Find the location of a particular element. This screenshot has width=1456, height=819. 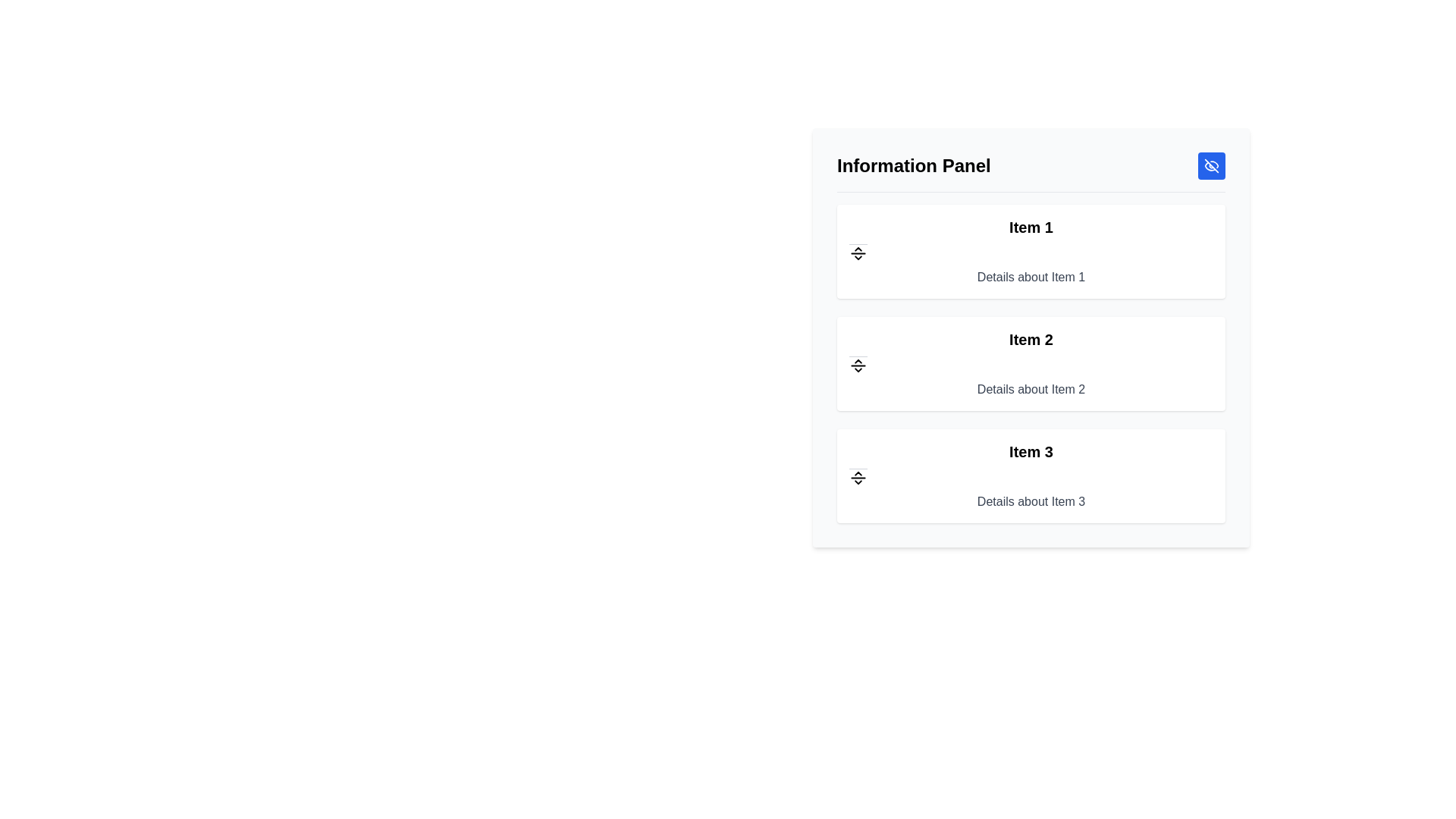

the second item in the 'Information Panel' list is located at coordinates (1031, 363).